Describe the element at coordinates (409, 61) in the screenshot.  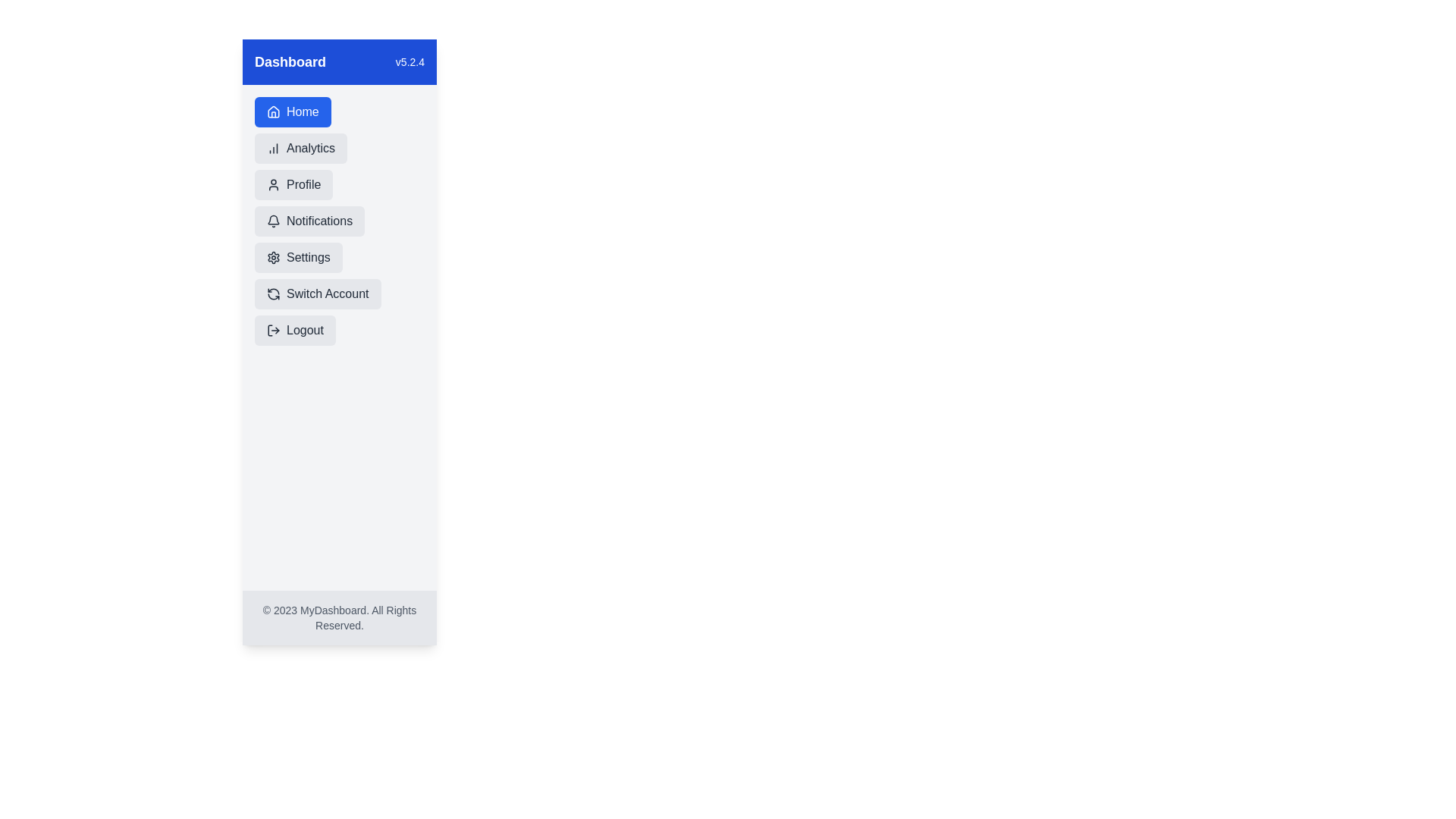
I see `the static text label displaying 'v5.2.4' which is positioned on the far right side of the blue header bar, following the 'Dashboard' label` at that location.